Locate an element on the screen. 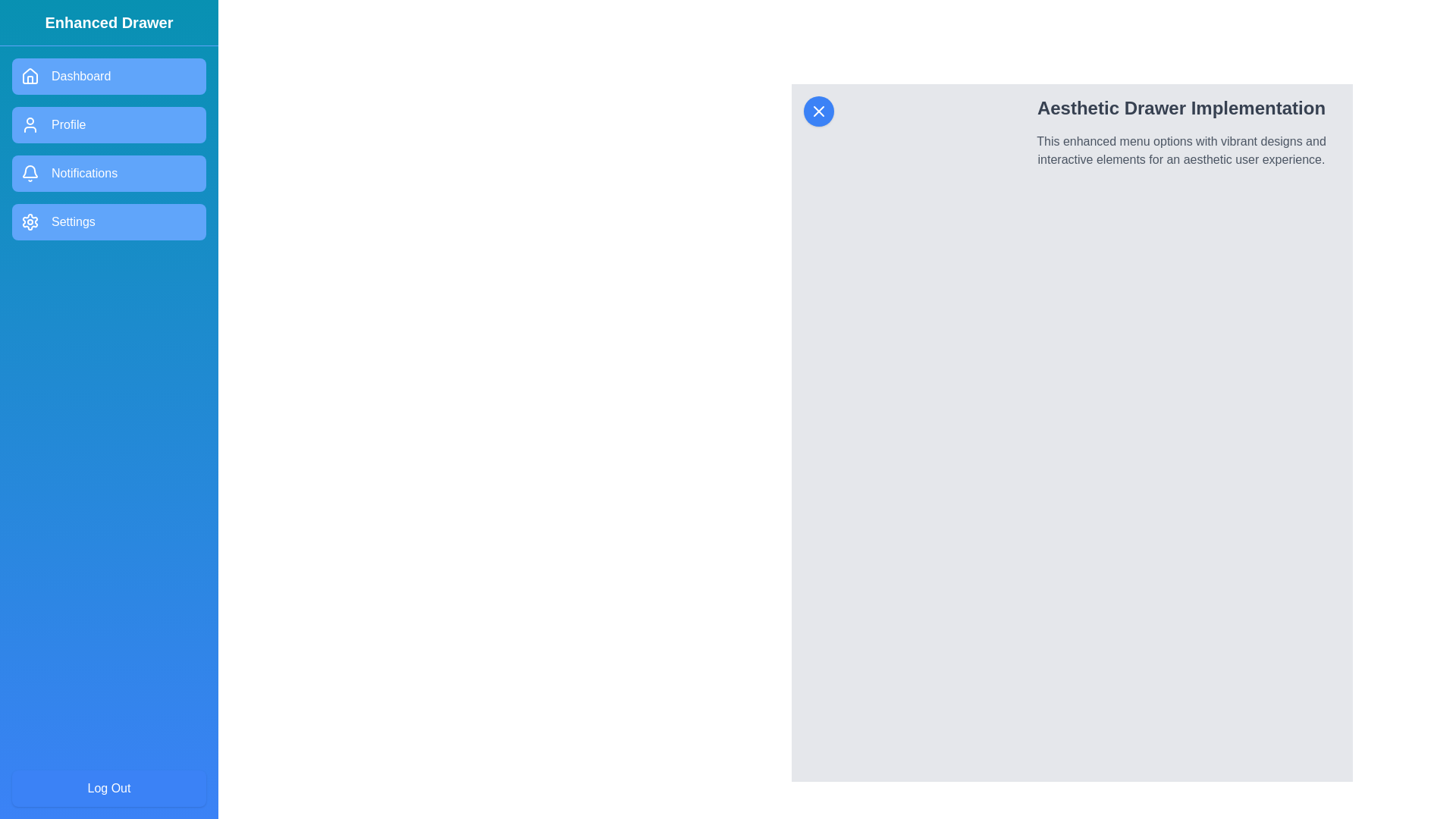 The width and height of the screenshot is (1456, 819). the Notifications button icon located in the vertical menu on the left, positioned directly beneath the Profile button and above the Settings button is located at coordinates (30, 171).